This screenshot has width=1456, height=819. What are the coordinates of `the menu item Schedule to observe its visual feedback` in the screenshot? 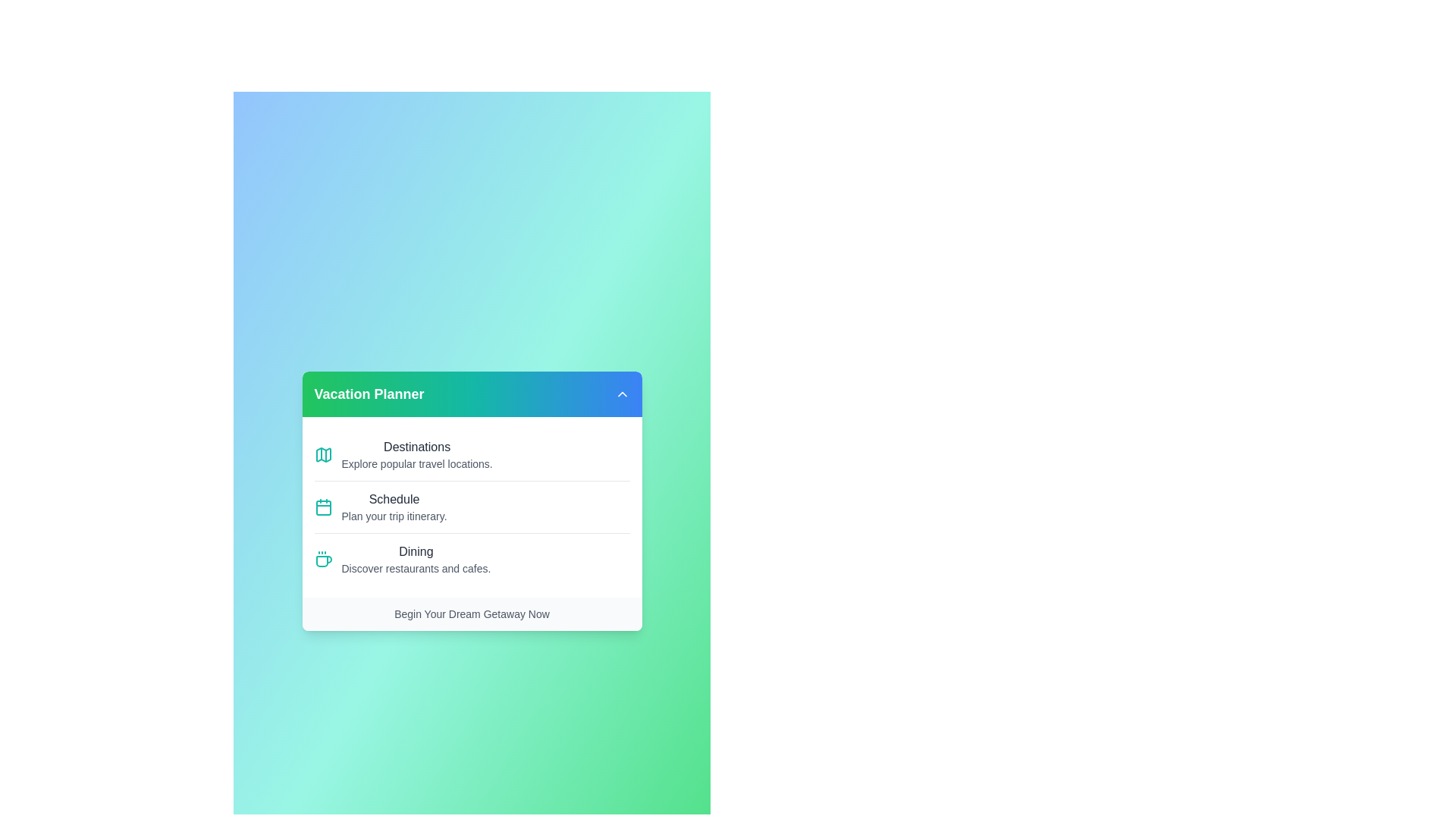 It's located at (471, 507).